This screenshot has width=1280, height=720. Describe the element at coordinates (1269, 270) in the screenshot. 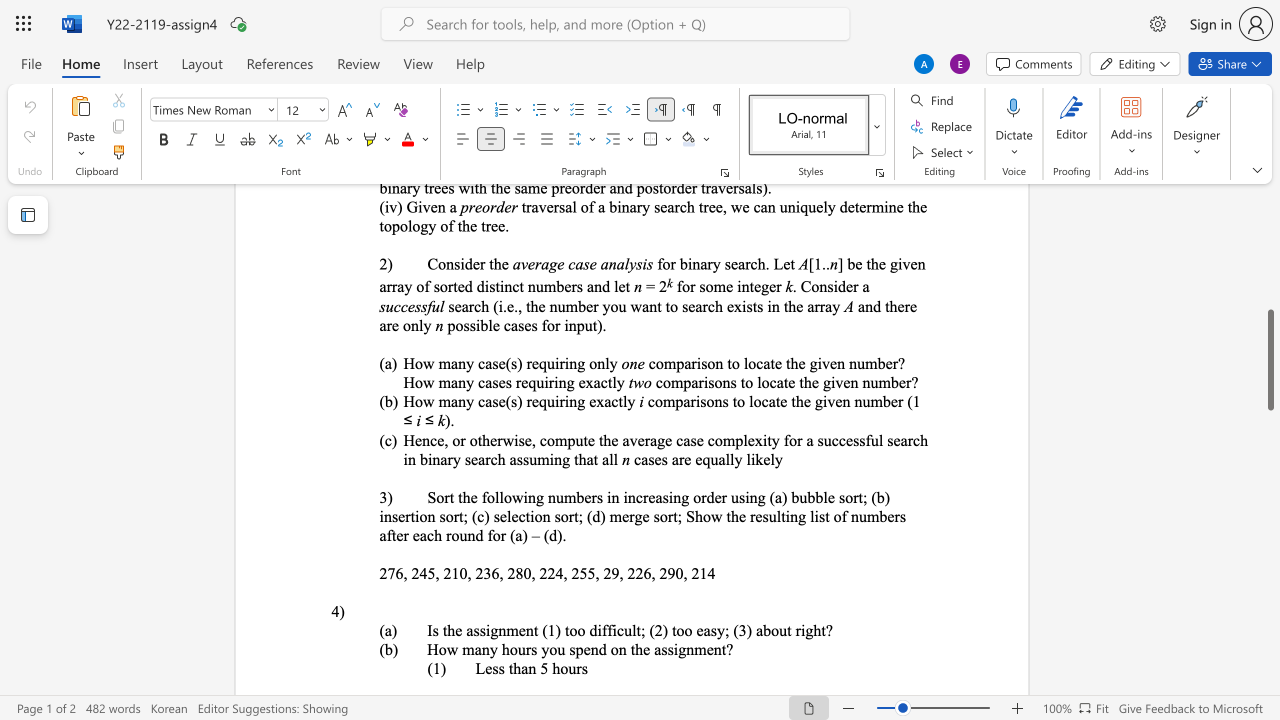

I see `the scrollbar to move the page upward` at that location.